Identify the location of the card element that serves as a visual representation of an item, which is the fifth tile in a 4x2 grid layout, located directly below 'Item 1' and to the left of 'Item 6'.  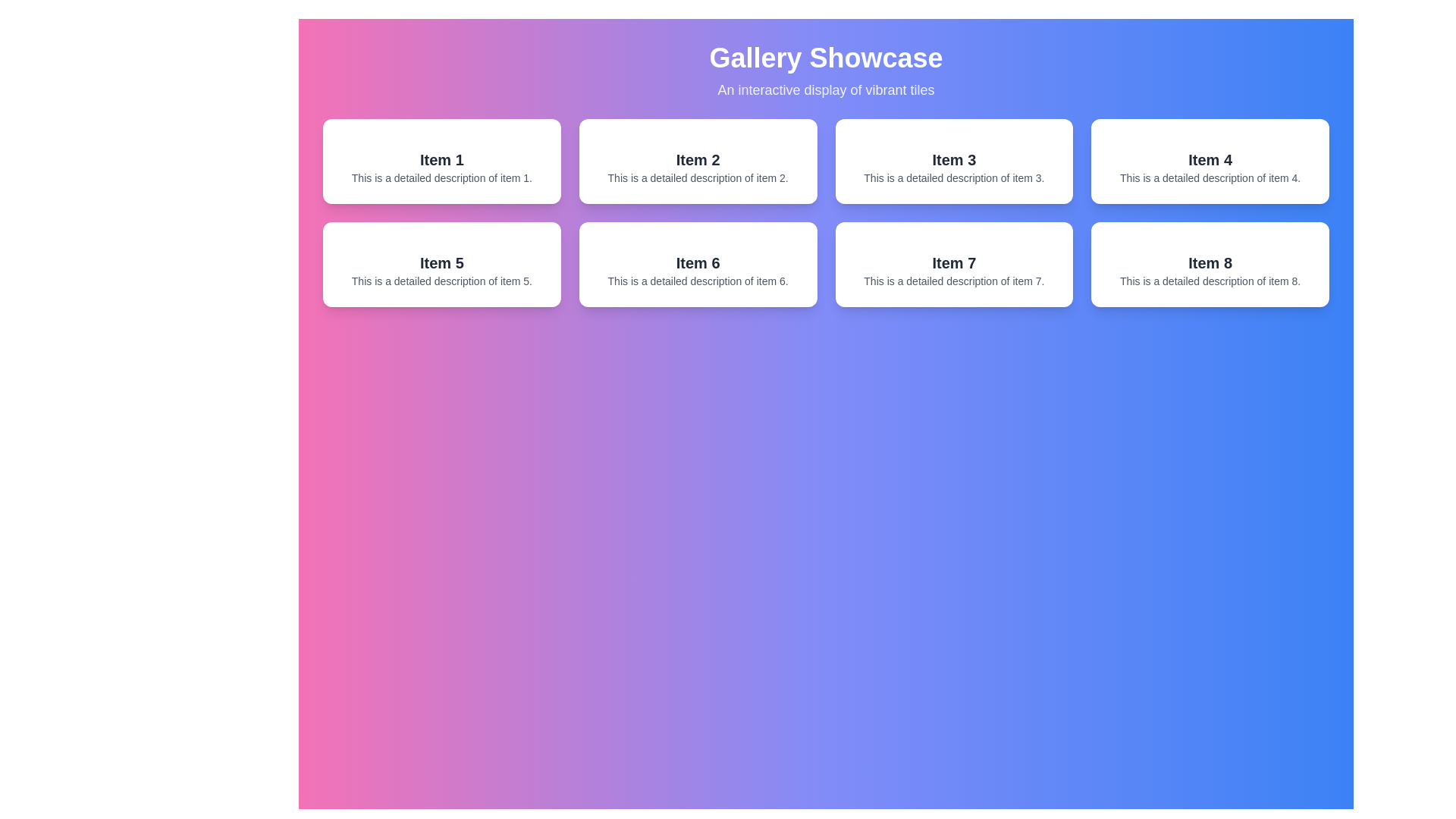
(441, 263).